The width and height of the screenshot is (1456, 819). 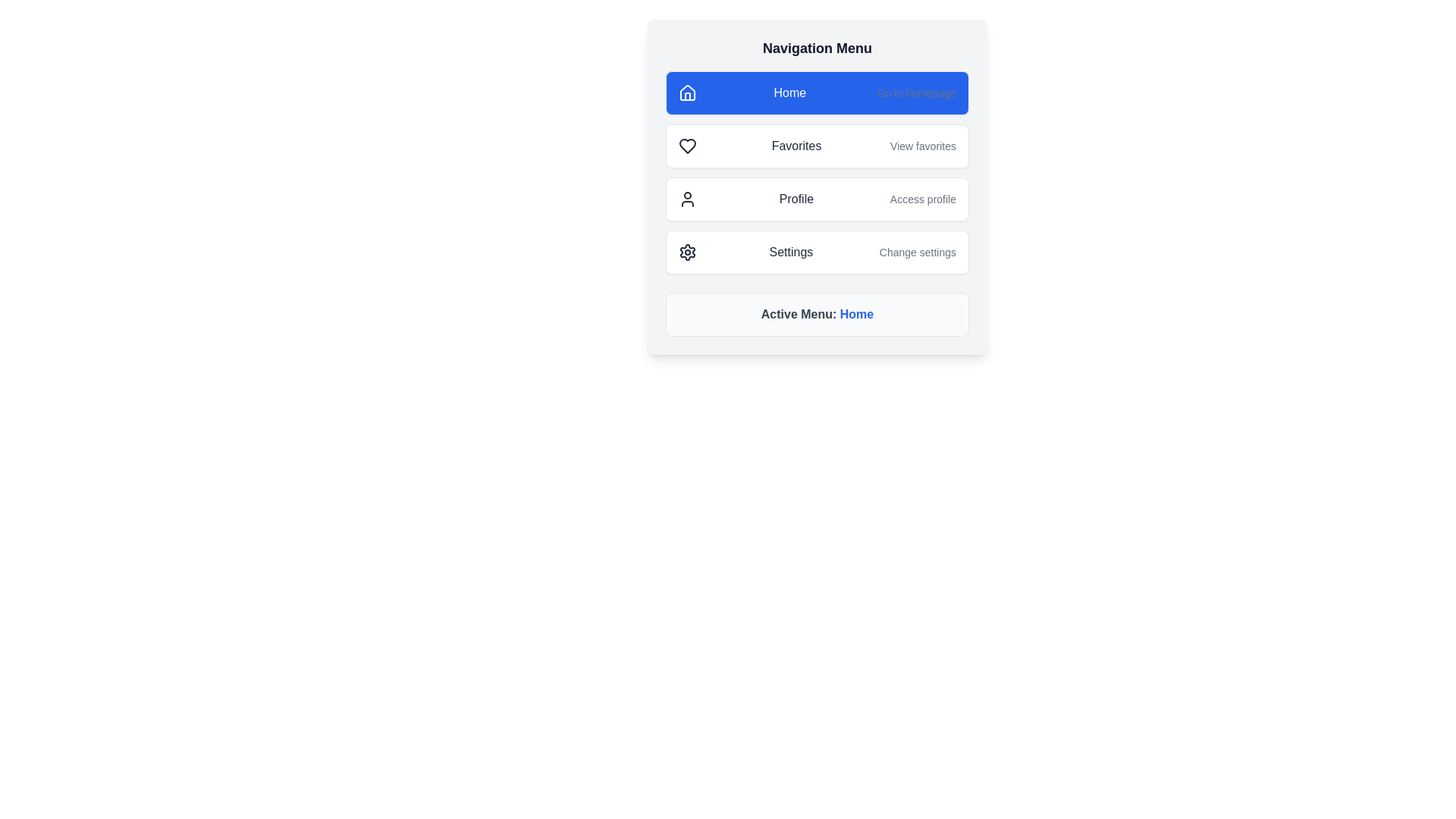 I want to click on the 'Favorites' navigation item in the list of stacked navigation options, which includes icons and descriptions, with the background being white, so click(x=817, y=171).